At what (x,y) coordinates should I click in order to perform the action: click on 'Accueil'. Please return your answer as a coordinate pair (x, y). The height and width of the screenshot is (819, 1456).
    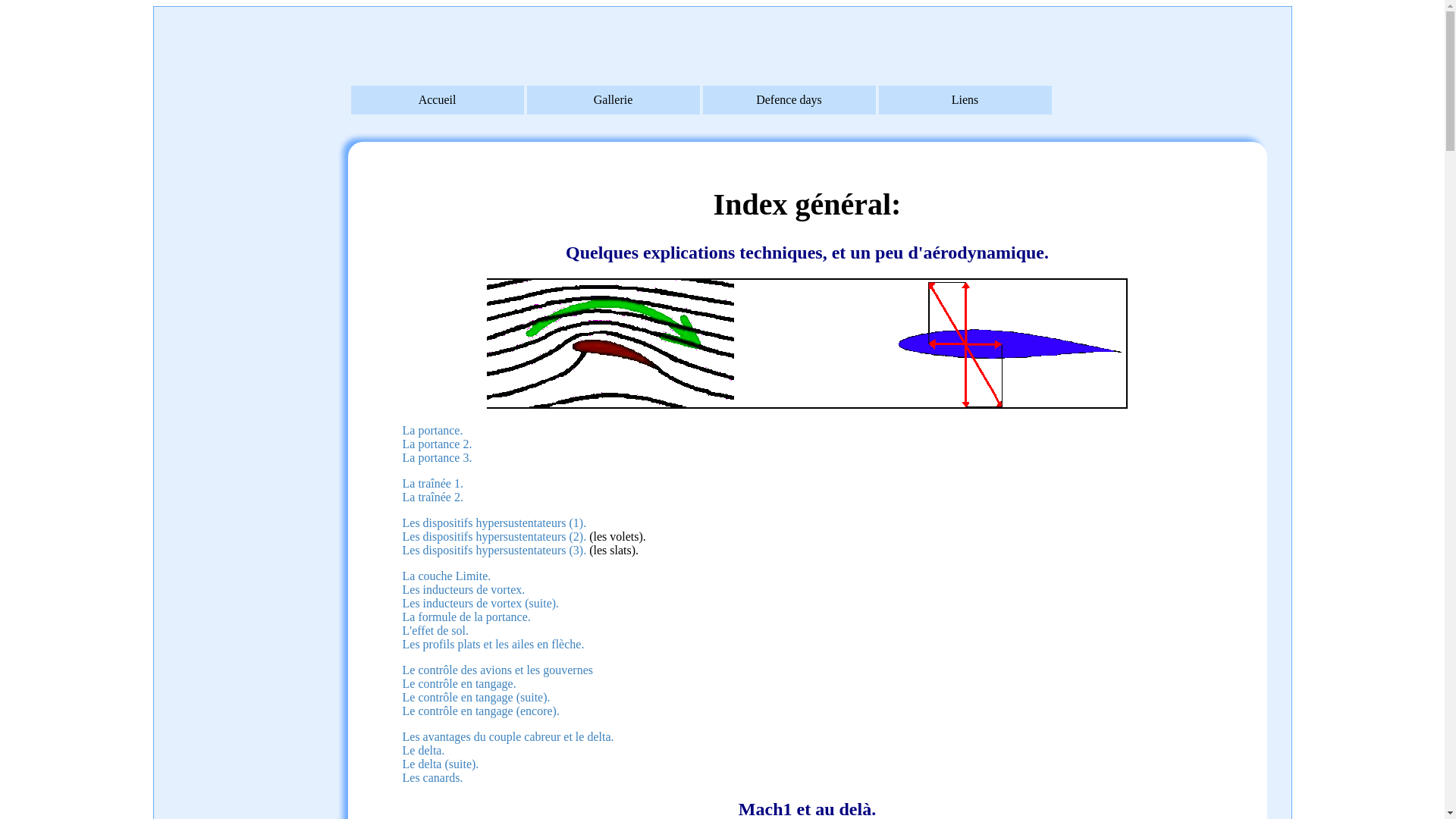
    Looking at the image, I should click on (436, 99).